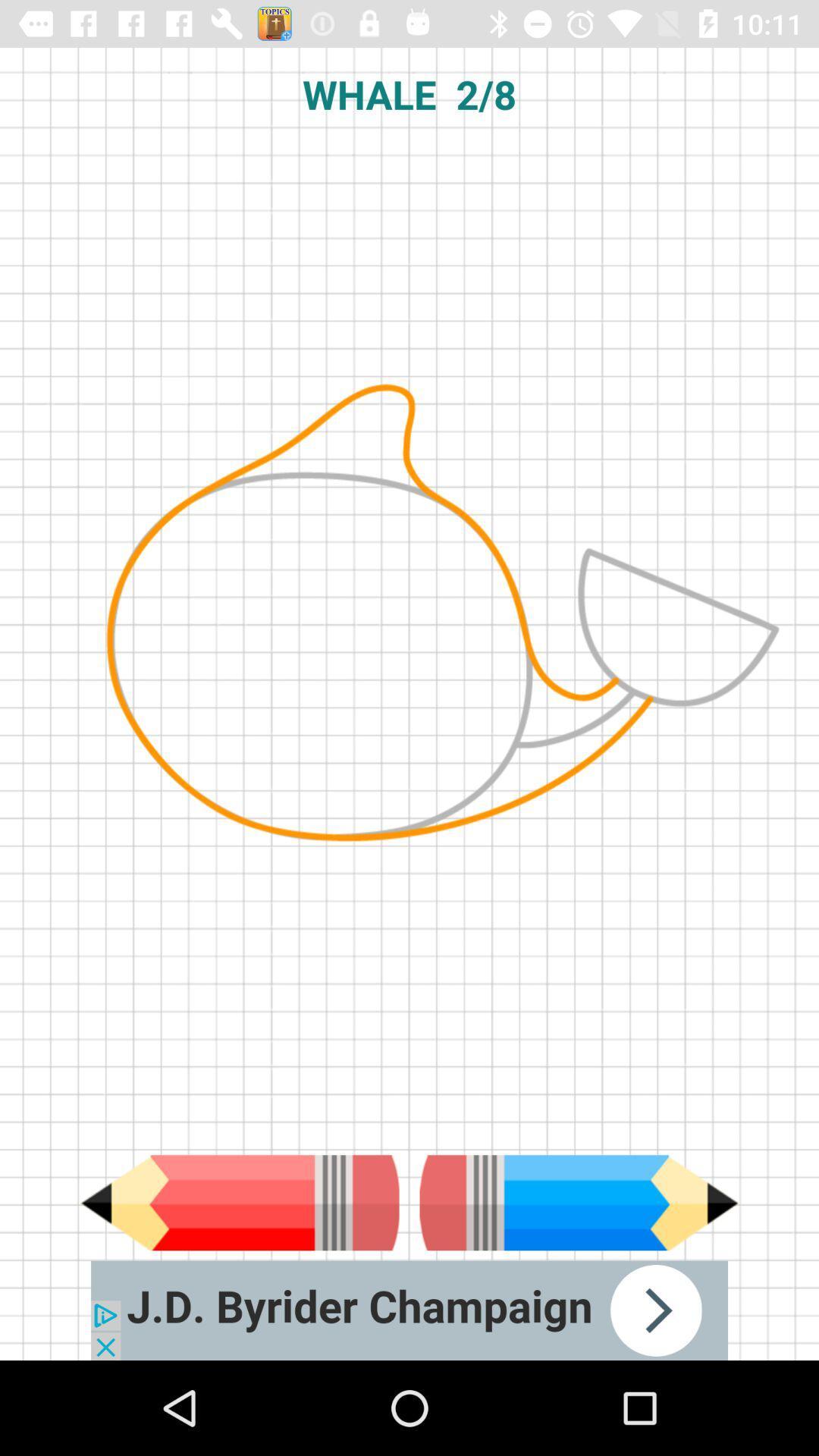 Image resolution: width=819 pixels, height=1456 pixels. Describe the element at coordinates (579, 1202) in the screenshot. I see `back` at that location.